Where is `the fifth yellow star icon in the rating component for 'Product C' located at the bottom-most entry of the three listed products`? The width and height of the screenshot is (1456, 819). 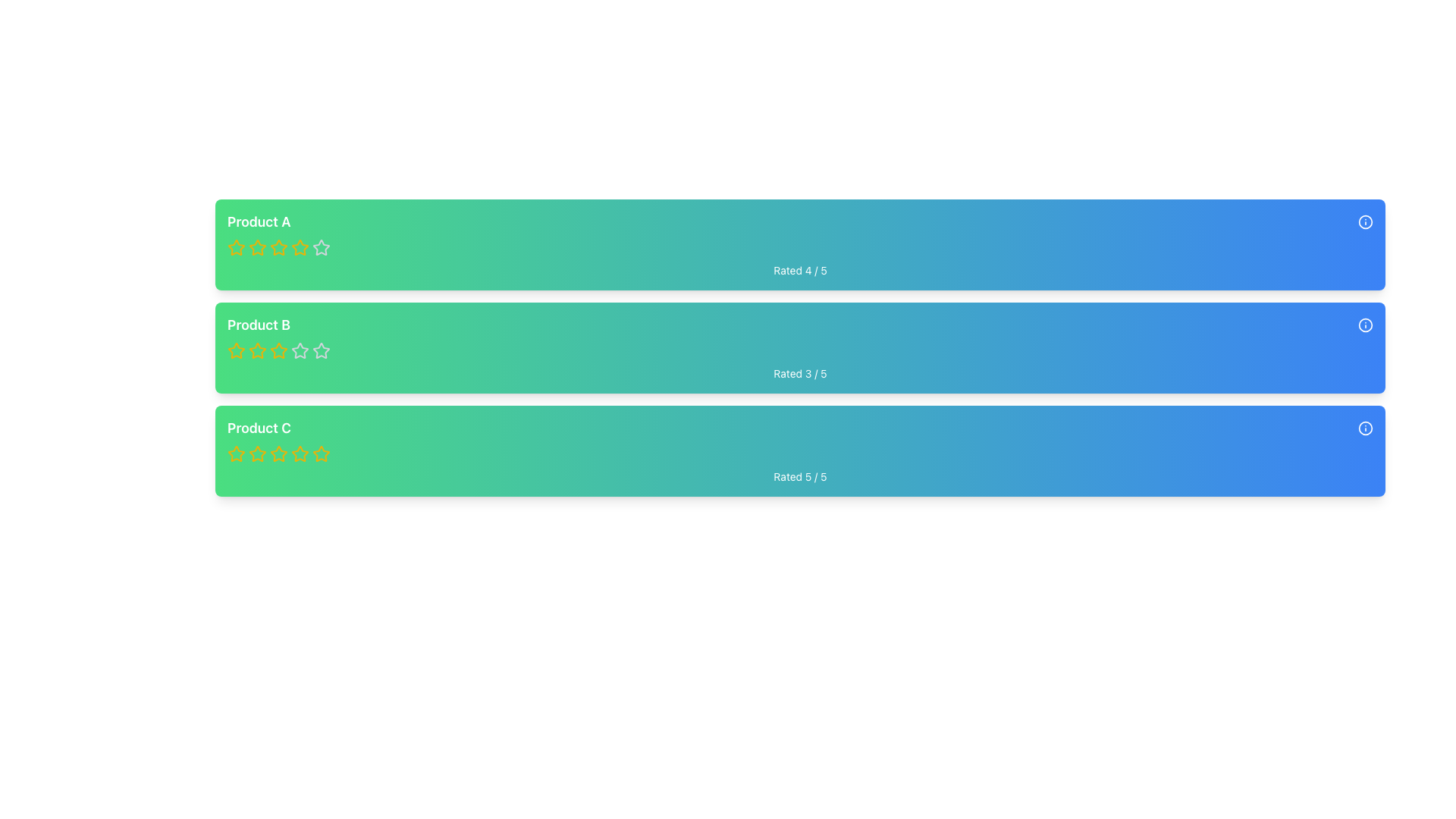 the fifth yellow star icon in the rating component for 'Product C' located at the bottom-most entry of the three listed products is located at coordinates (320, 453).